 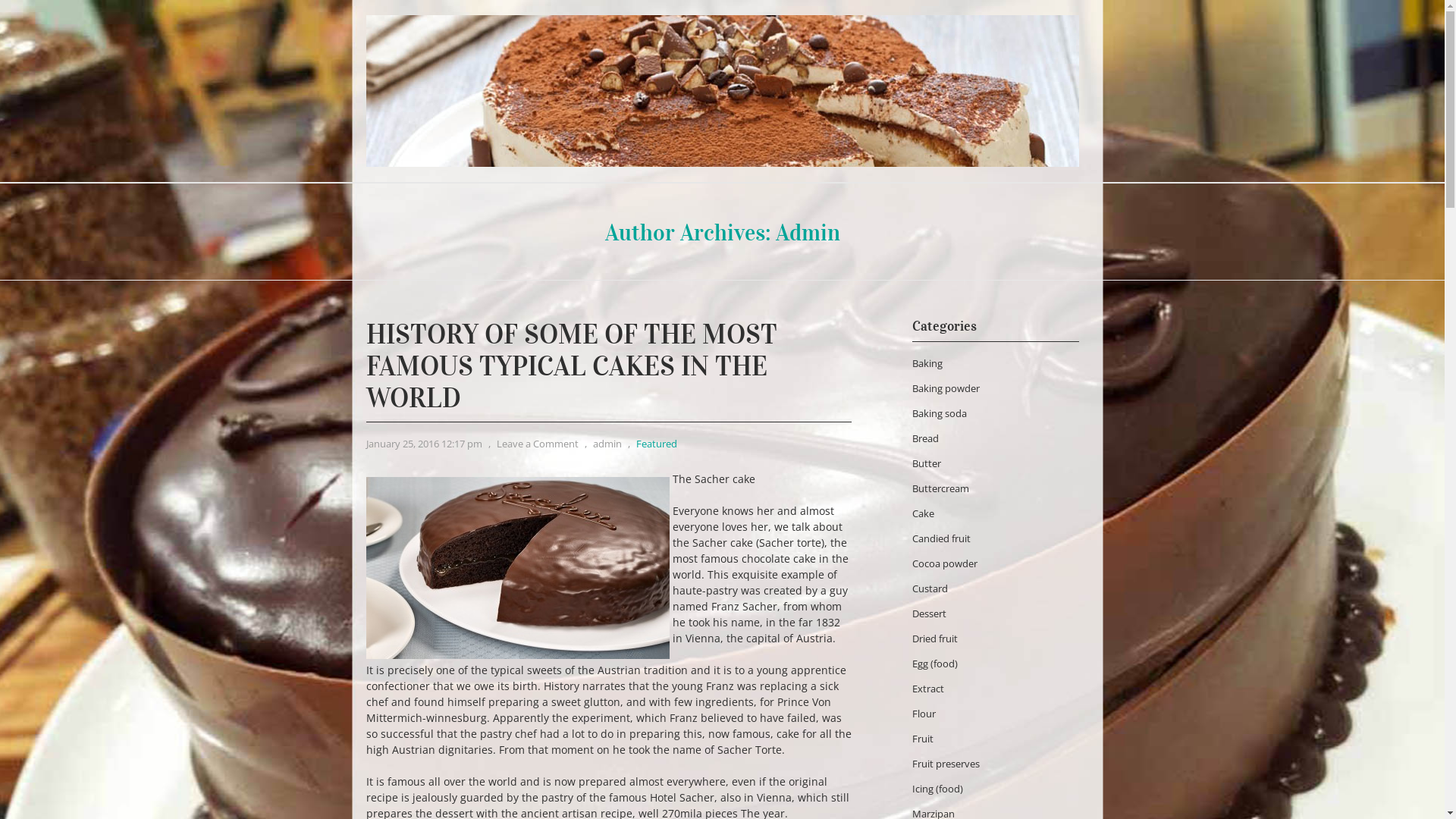 I want to click on 'January 25, 2016 12:17 pm', so click(x=423, y=444).